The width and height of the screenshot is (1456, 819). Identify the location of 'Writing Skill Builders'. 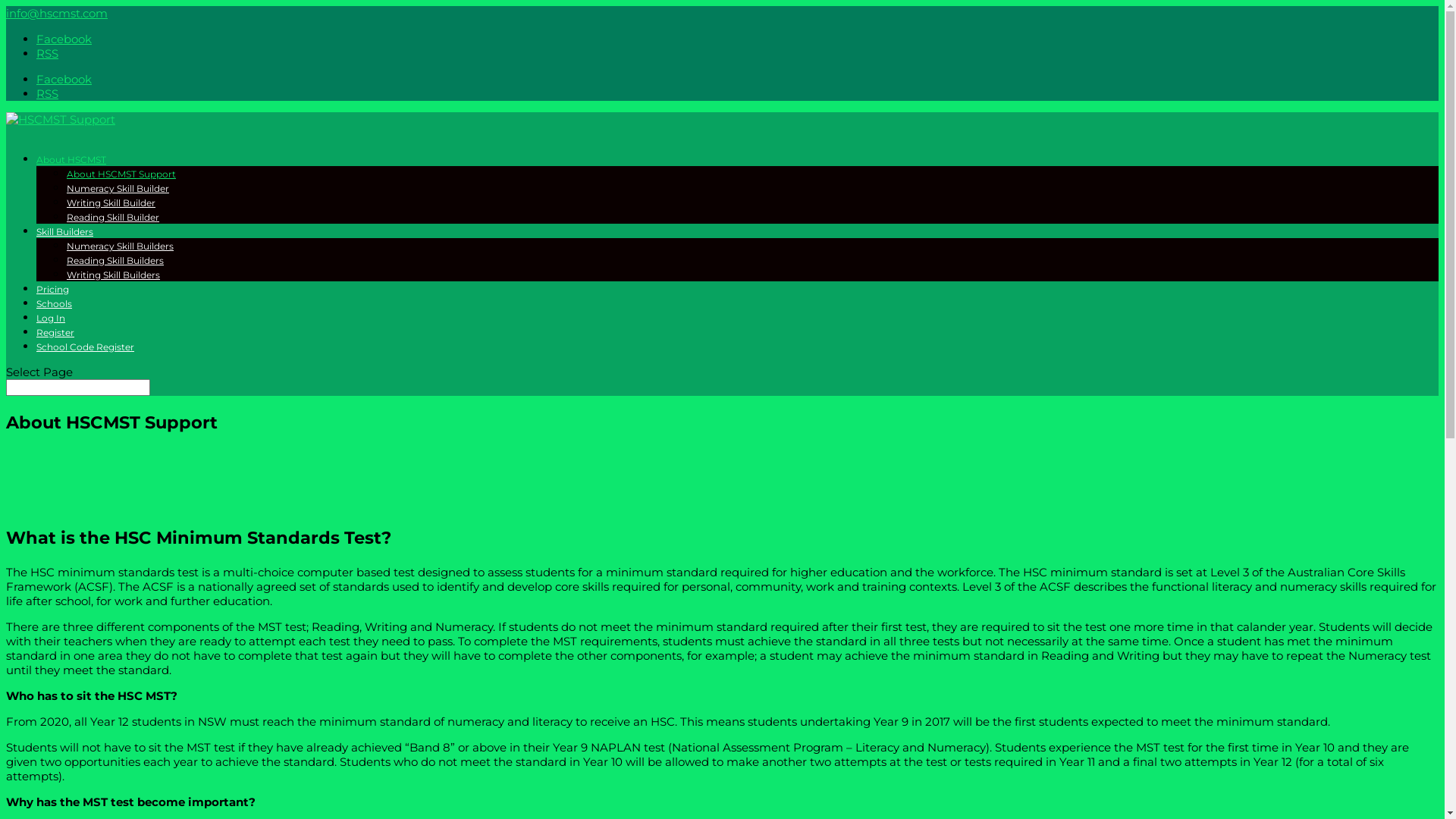
(112, 275).